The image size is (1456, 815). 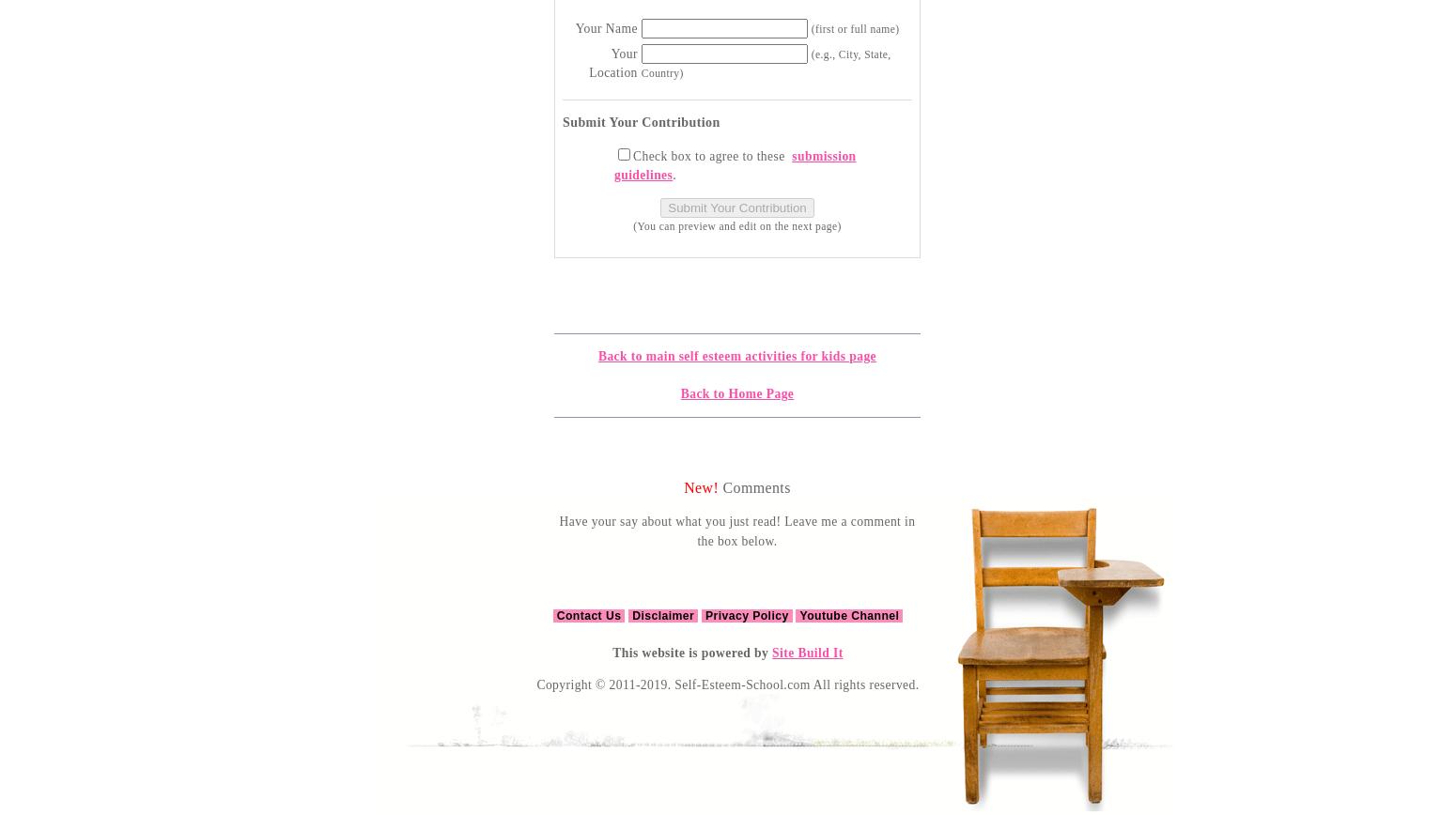 I want to click on 'This website is powered by', so click(x=692, y=653).